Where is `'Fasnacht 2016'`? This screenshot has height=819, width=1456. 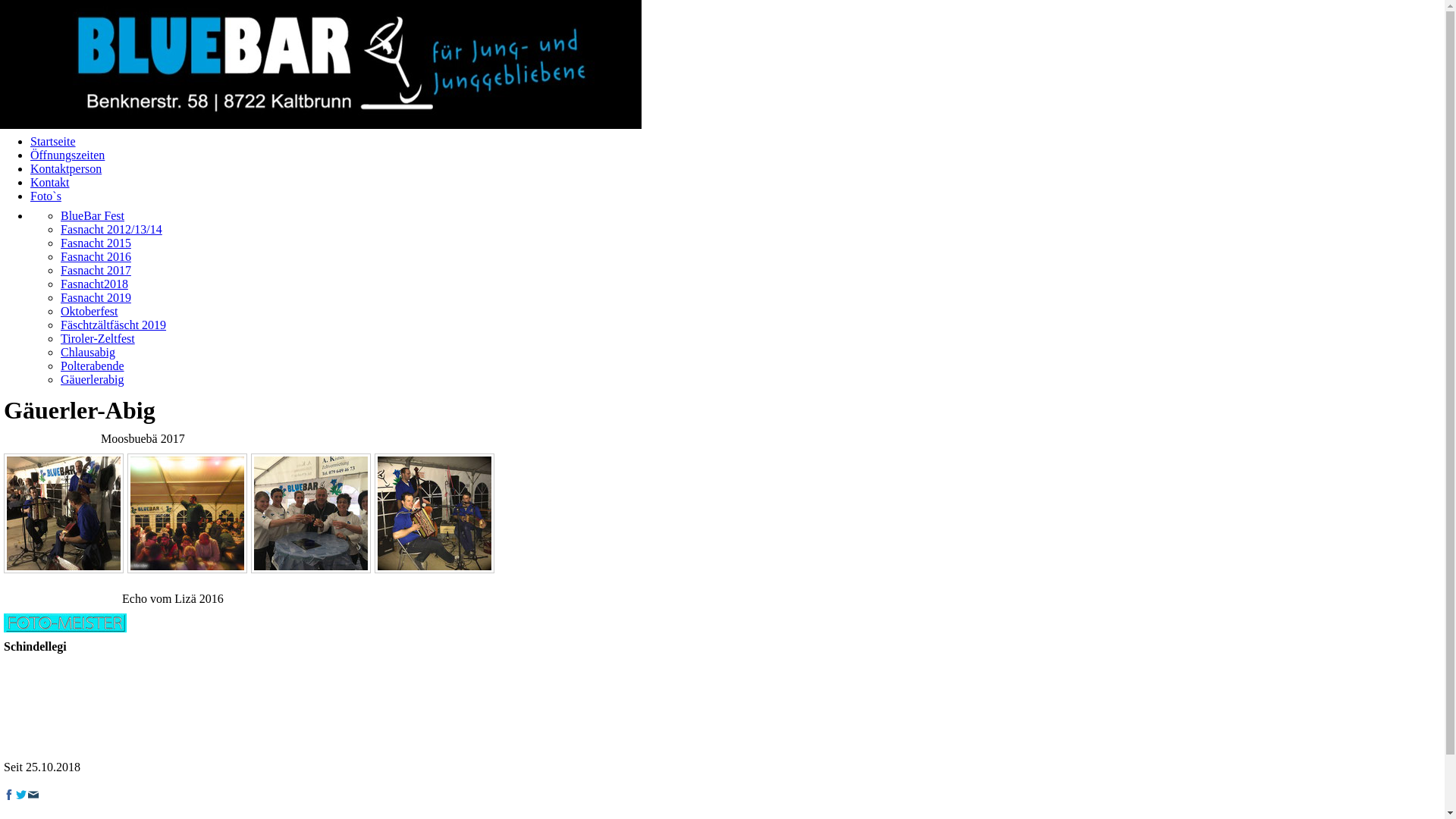 'Fasnacht 2016' is located at coordinates (61, 256).